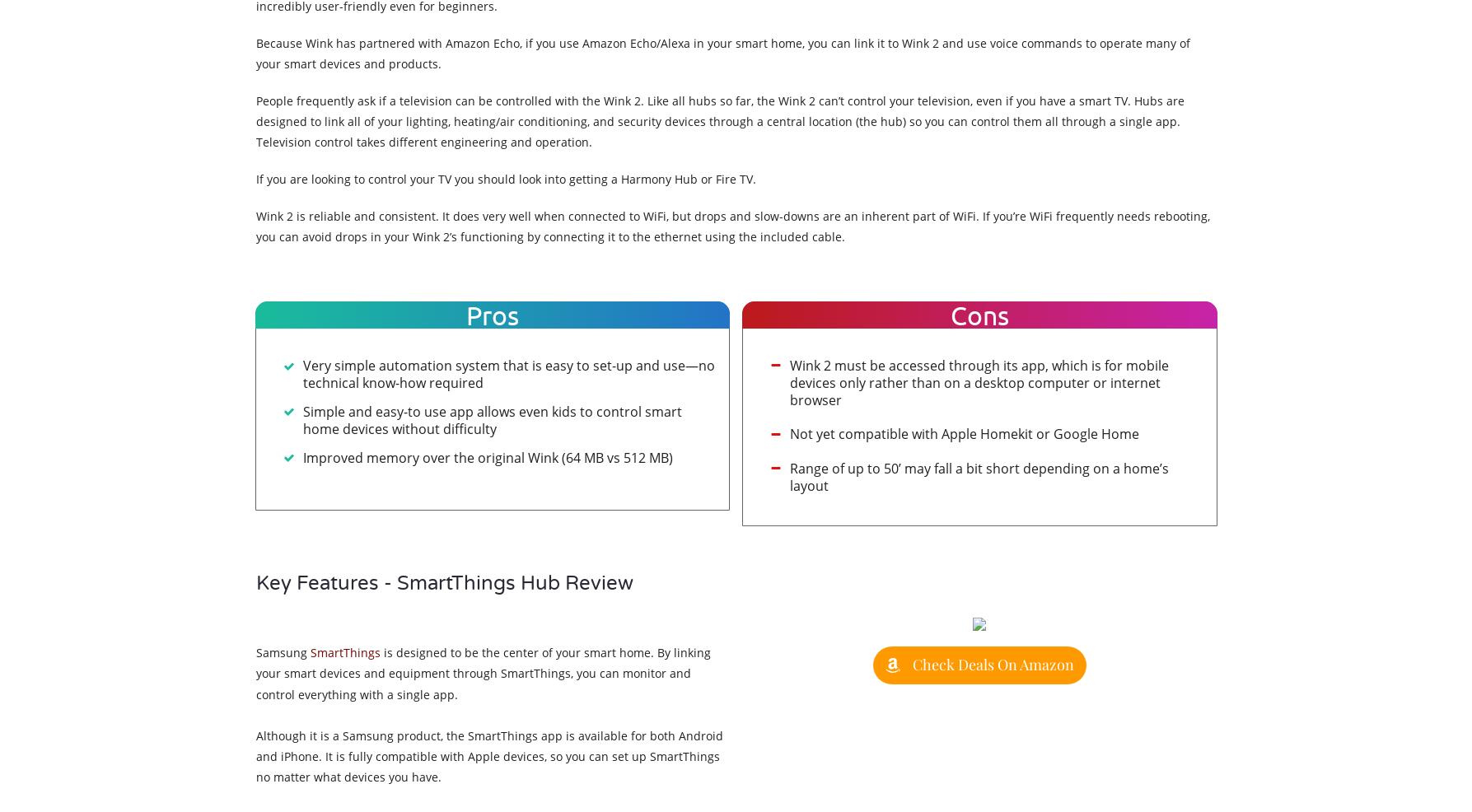  I want to click on 'Range of up to 50’ may fall a bit short depending on a home’s layout', so click(979, 476).